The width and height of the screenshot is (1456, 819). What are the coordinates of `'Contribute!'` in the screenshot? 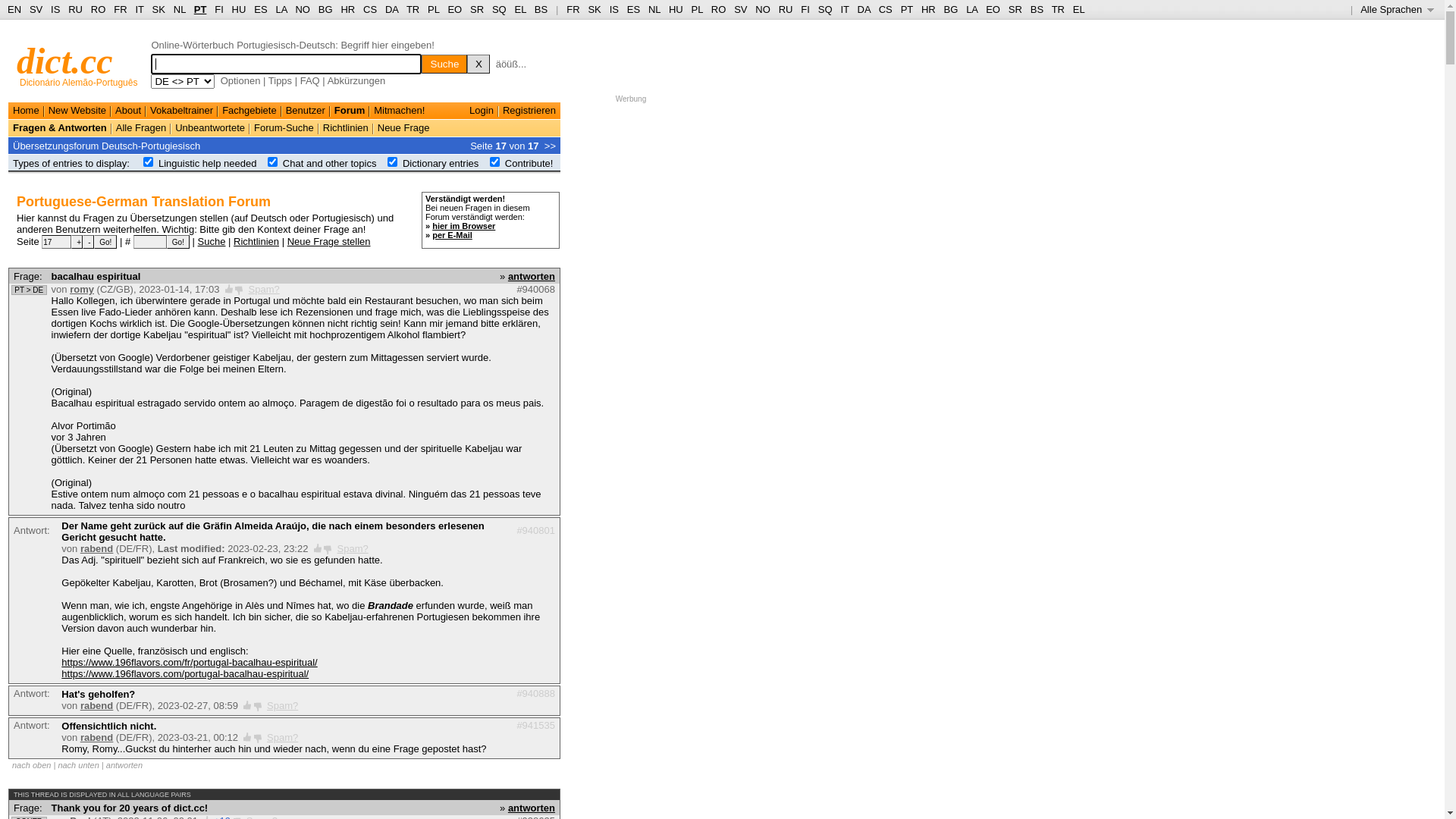 It's located at (529, 163).